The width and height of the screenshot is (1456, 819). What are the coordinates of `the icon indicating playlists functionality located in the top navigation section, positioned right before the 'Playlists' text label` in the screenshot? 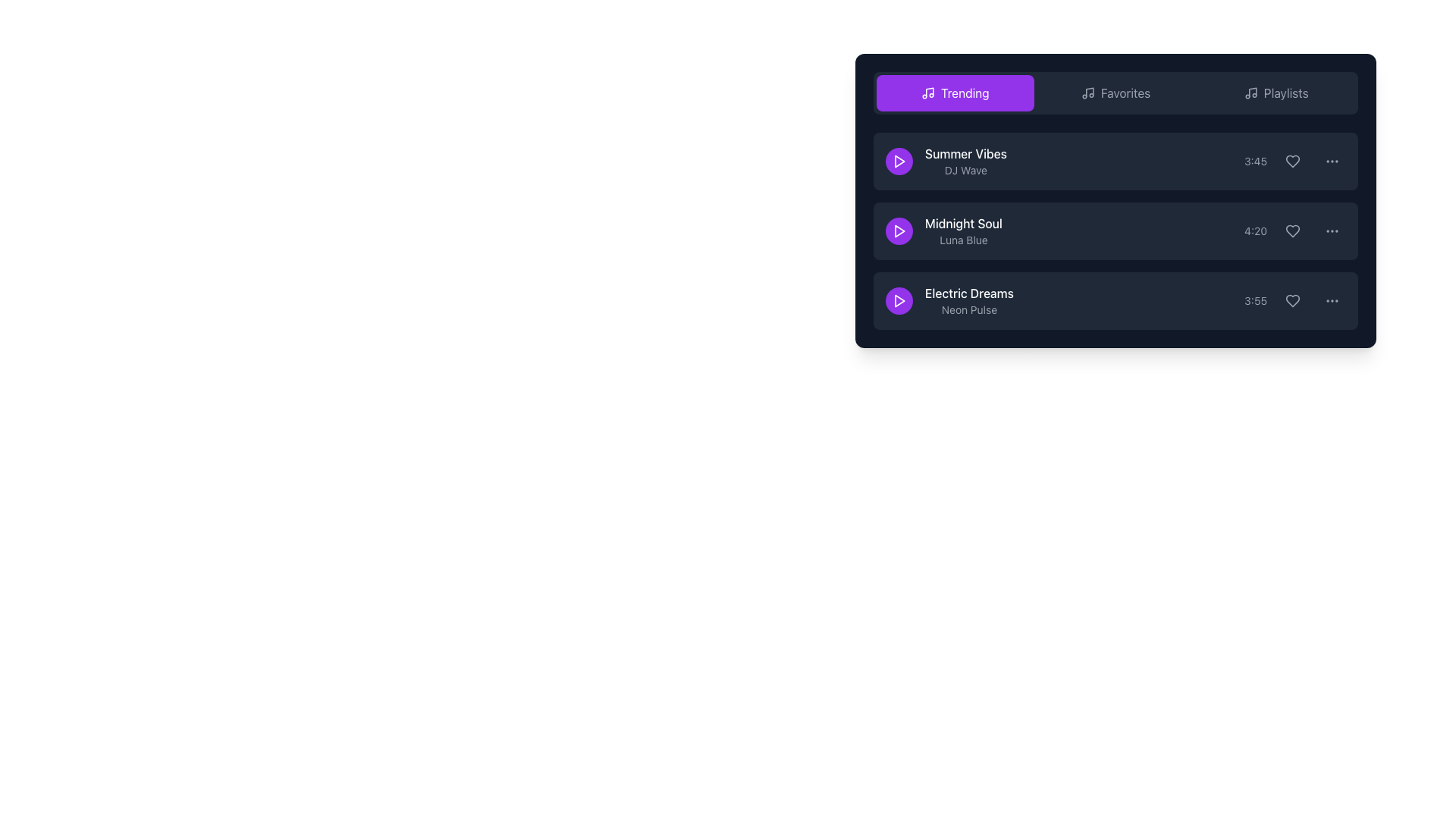 It's located at (1250, 93).